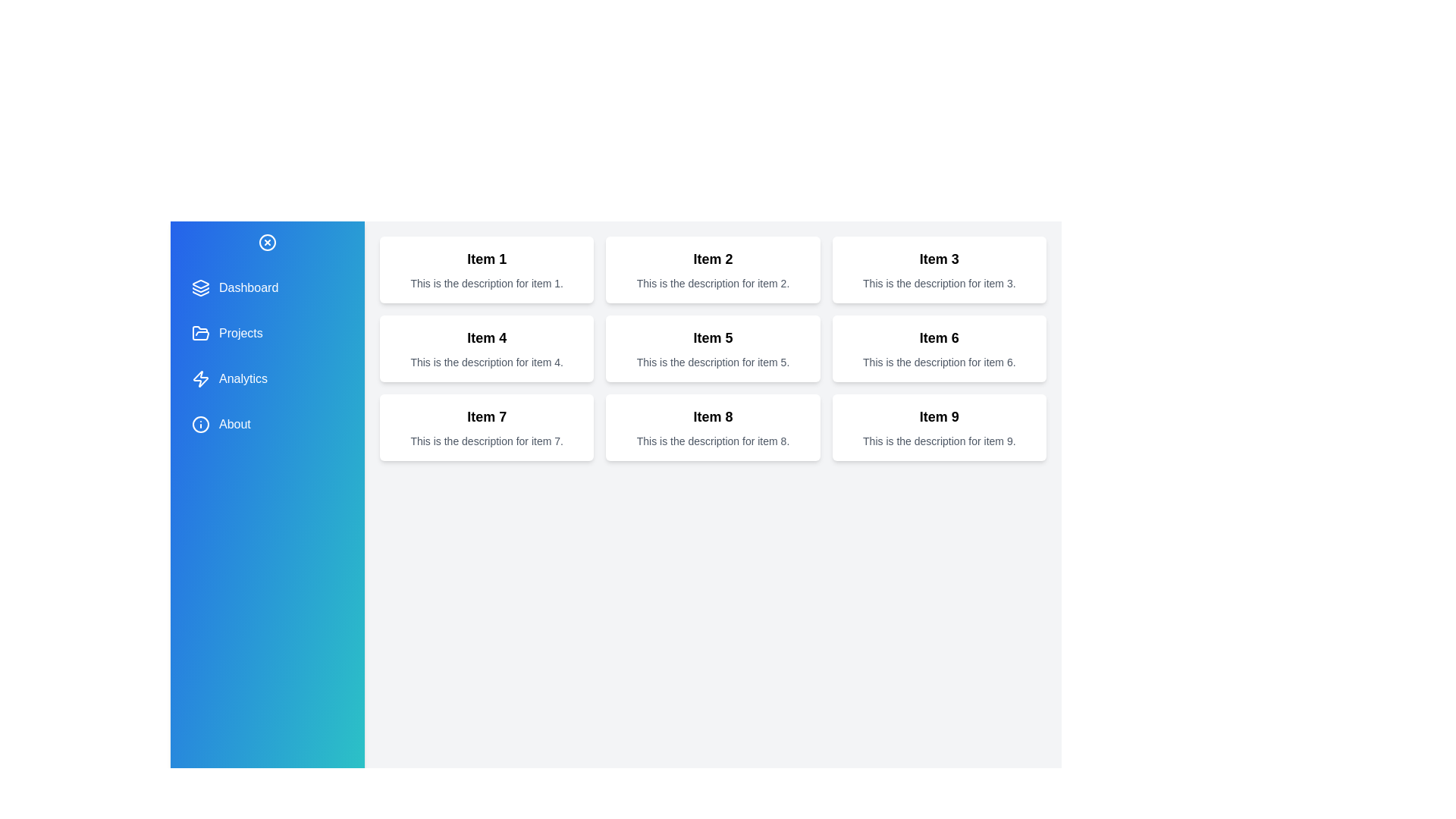  I want to click on the menu item 'Dashboard' to observe its hover effect, so click(268, 288).